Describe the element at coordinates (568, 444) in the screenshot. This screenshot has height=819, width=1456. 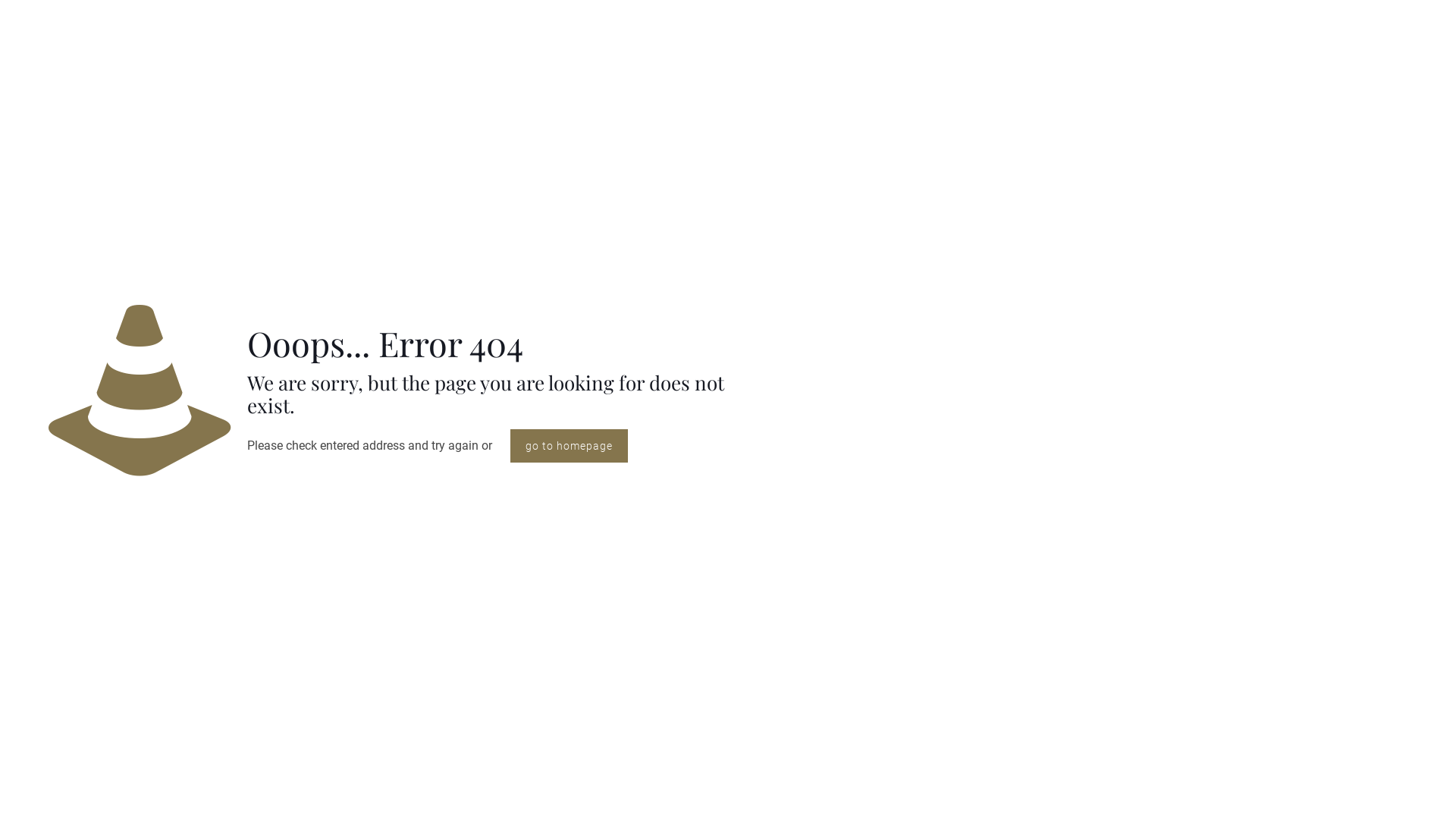
I see `'go to homepage'` at that location.